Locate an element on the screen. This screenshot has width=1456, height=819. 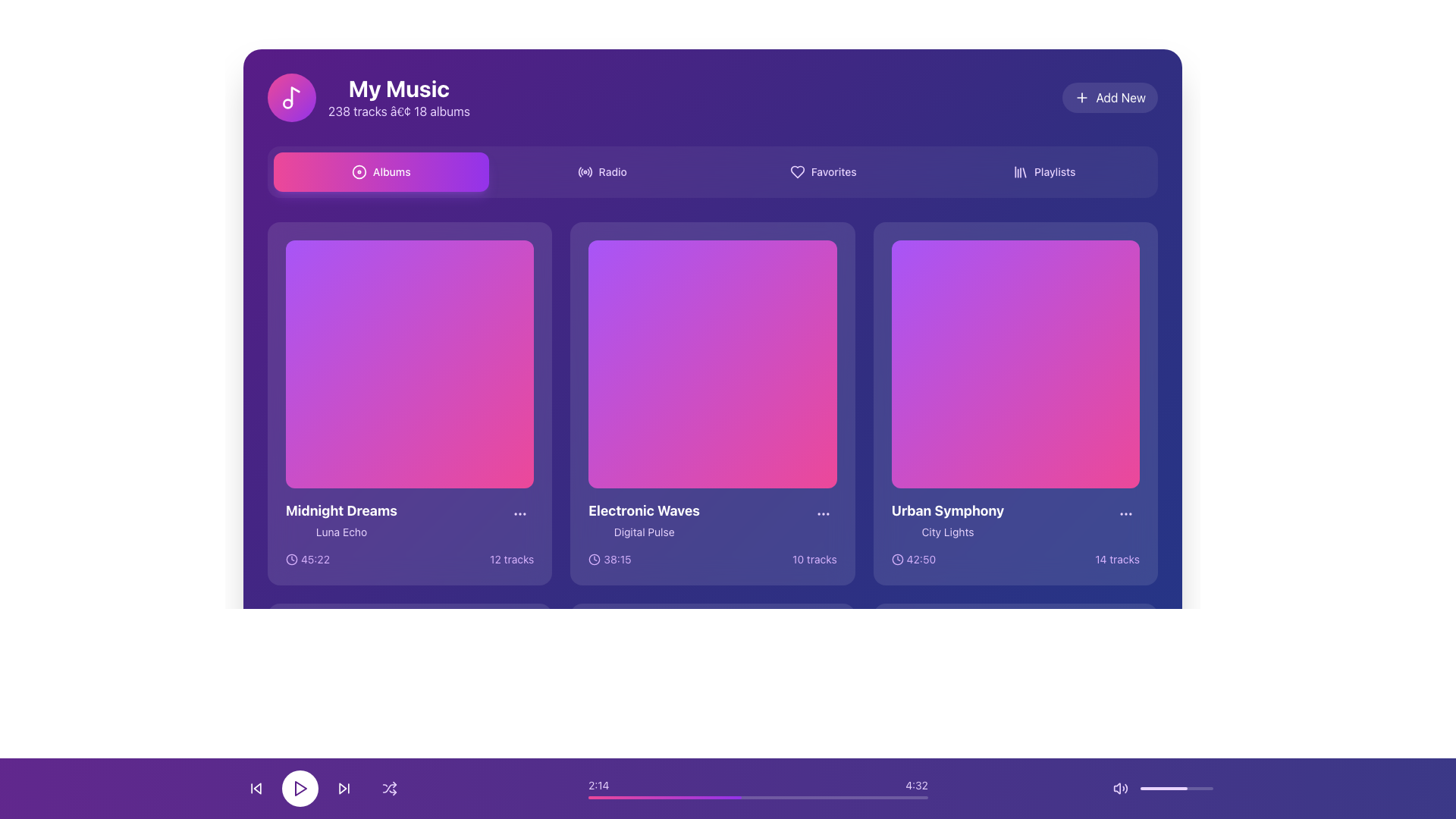
volume is located at coordinates (1203, 788).